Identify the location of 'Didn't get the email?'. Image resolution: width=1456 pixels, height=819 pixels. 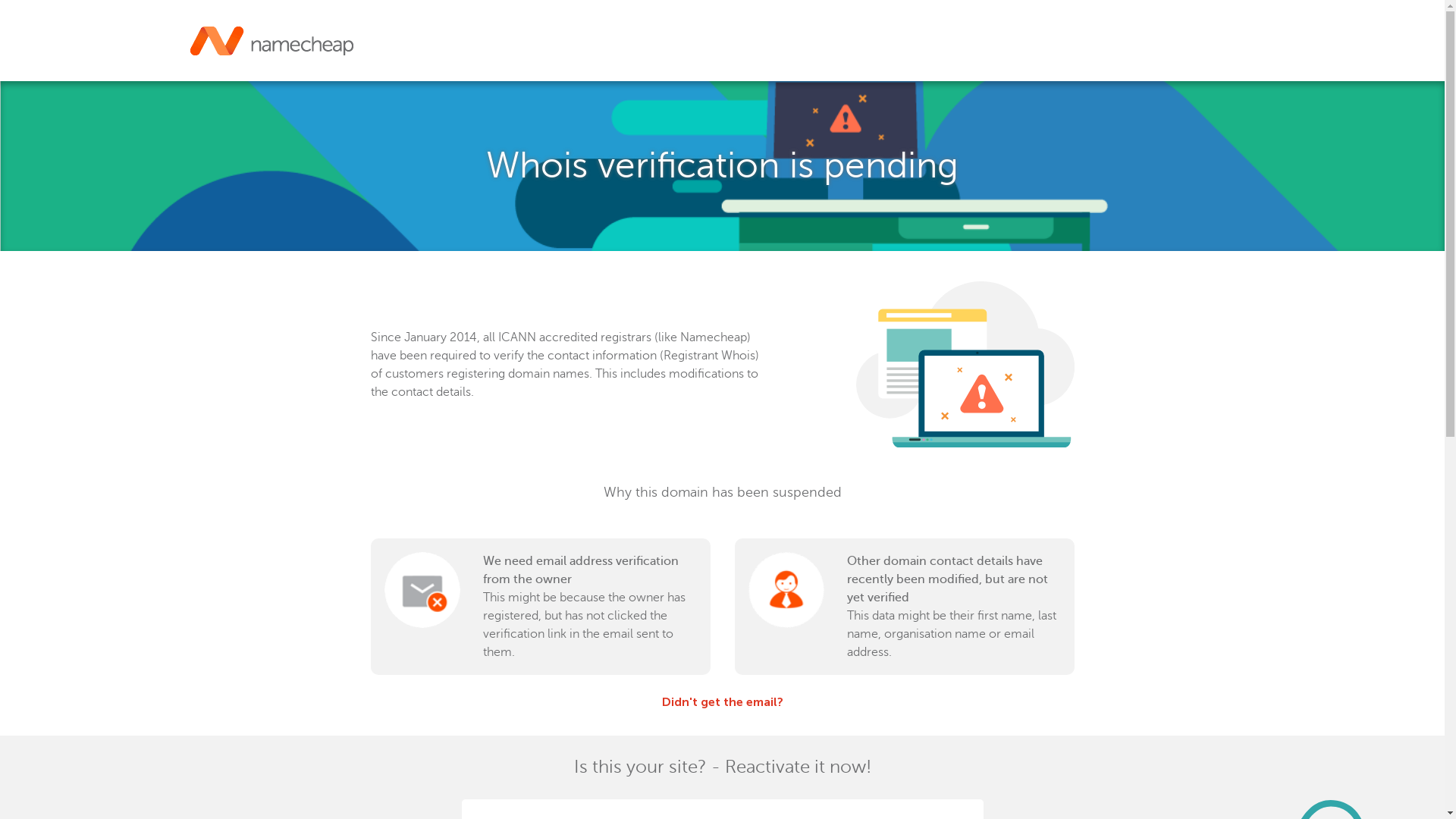
(661, 701).